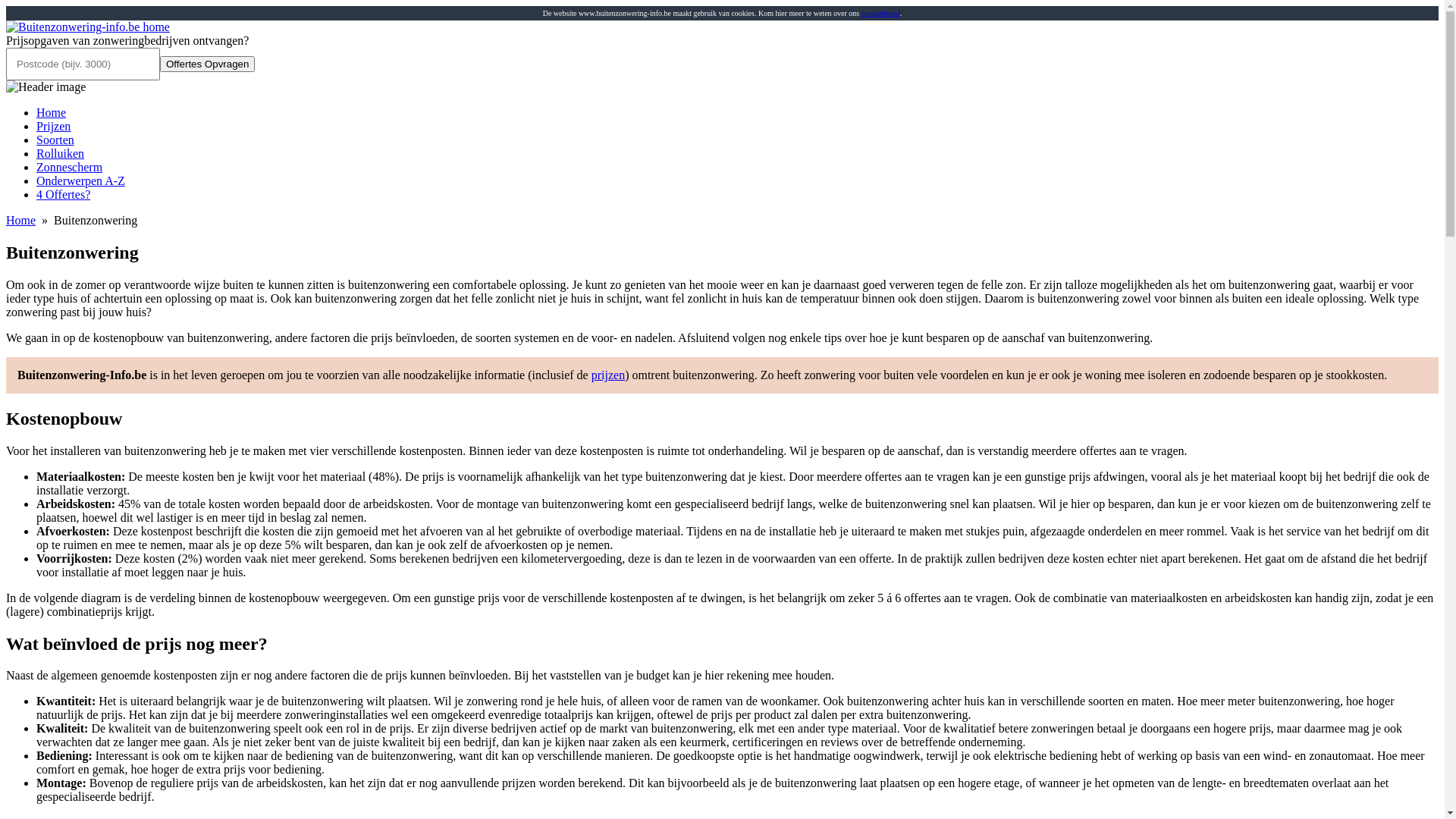 This screenshot has height=819, width=1456. I want to click on 'Onderwerpen A-Z', so click(36, 180).